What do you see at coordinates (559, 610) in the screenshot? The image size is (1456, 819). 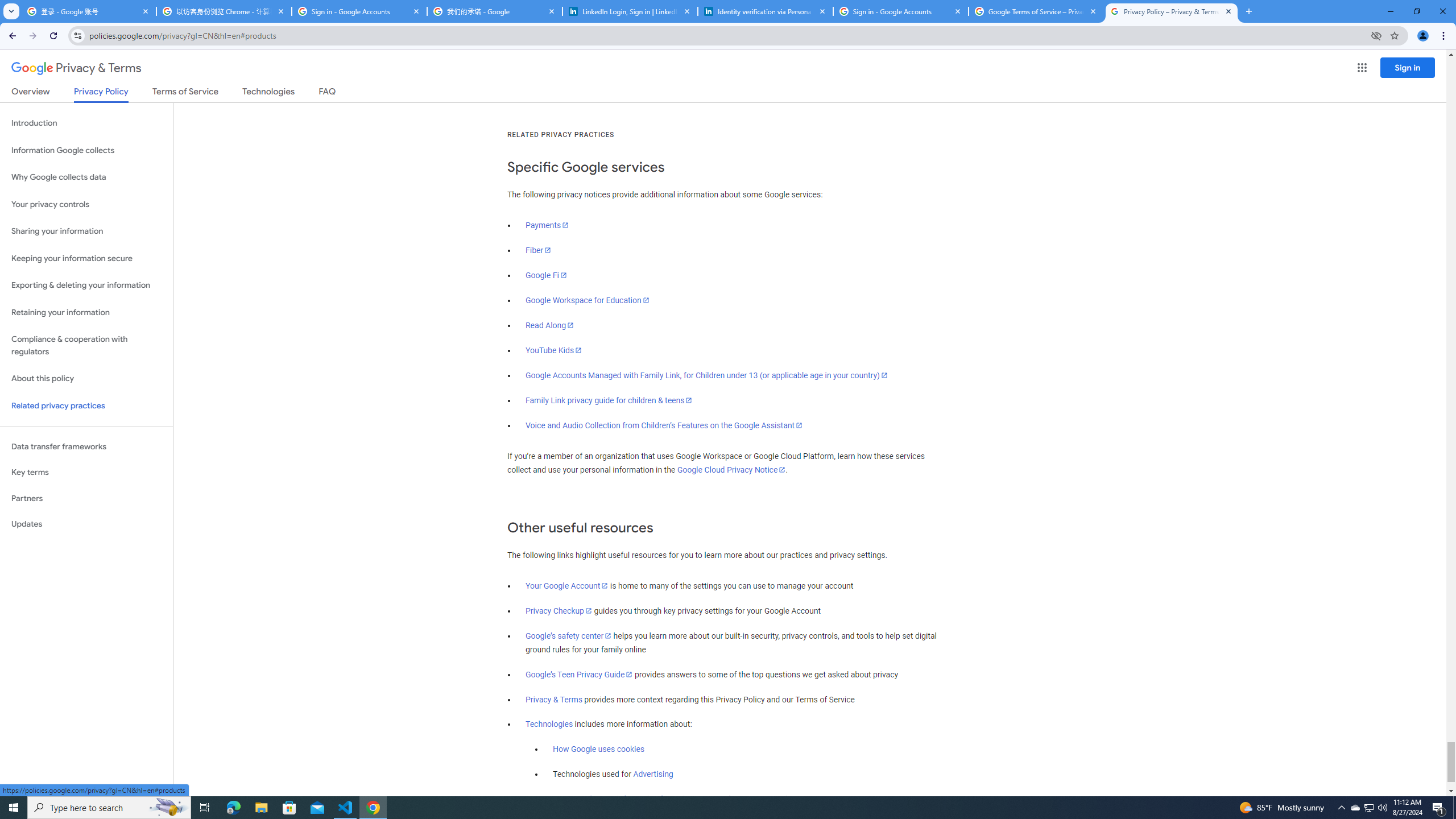 I see `'Privacy Checkup'` at bounding box center [559, 610].